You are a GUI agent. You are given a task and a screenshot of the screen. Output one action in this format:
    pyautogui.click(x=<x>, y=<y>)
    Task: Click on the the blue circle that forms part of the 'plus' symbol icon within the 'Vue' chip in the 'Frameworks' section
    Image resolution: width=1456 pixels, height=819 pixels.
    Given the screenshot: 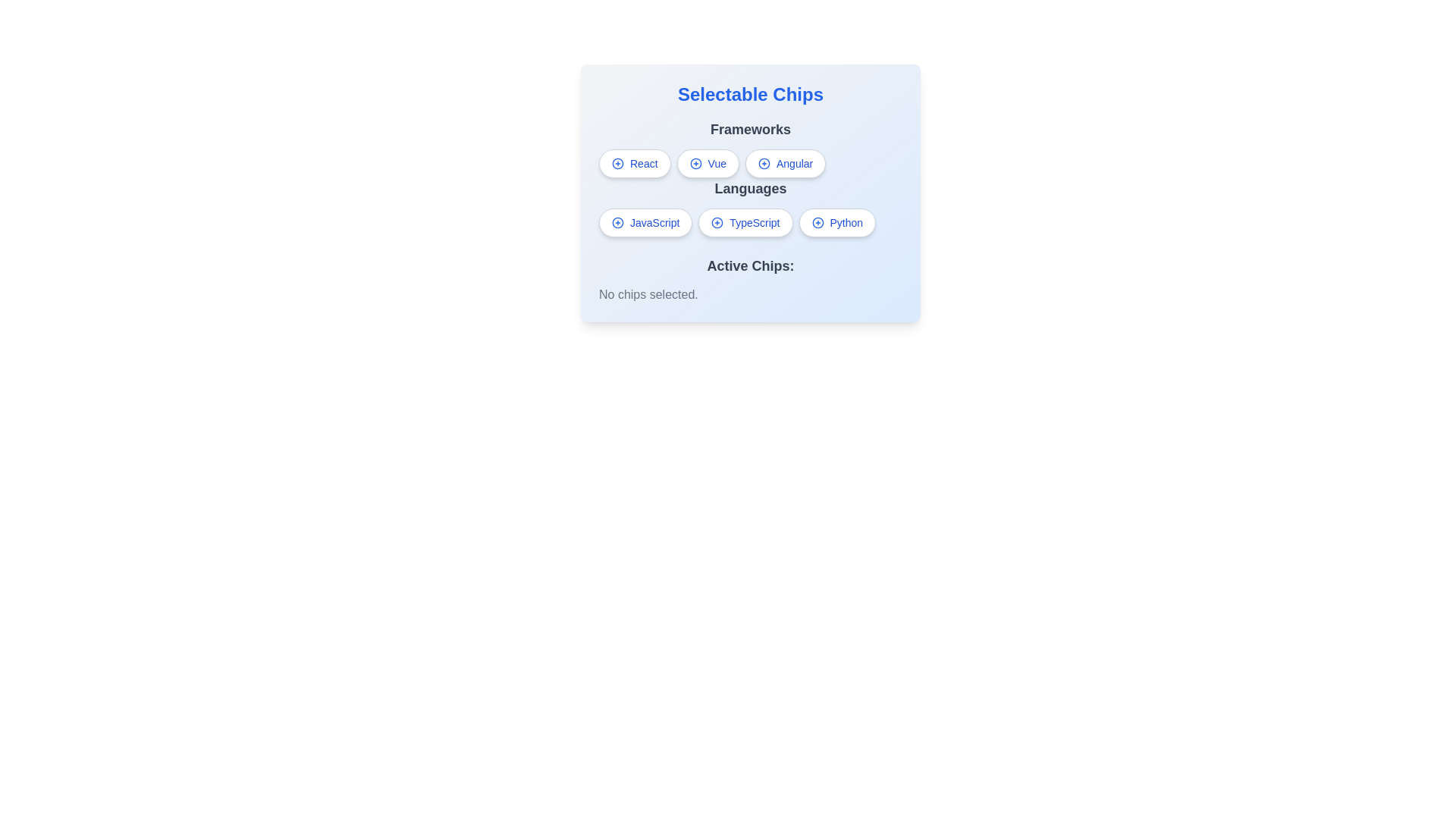 What is the action you would take?
    pyautogui.click(x=695, y=164)
    